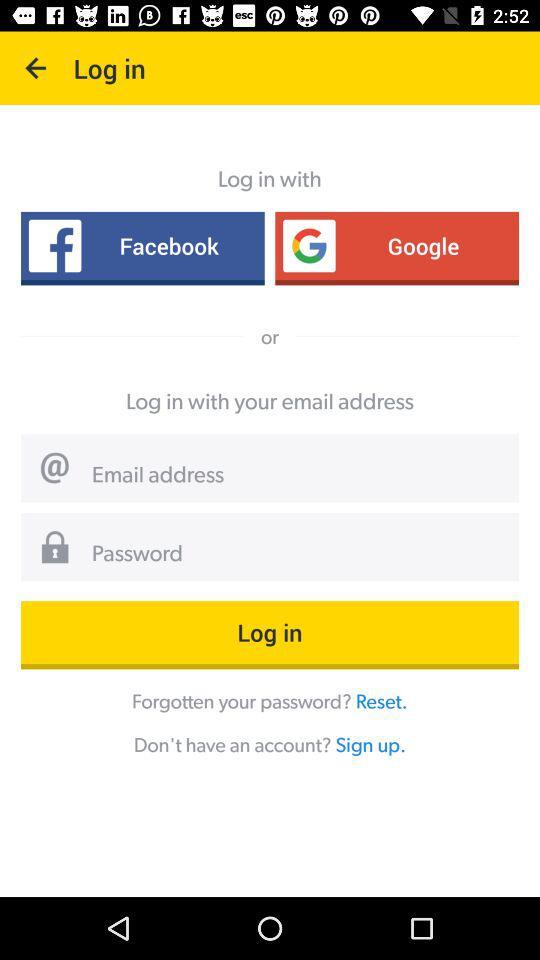 The height and width of the screenshot is (960, 540). I want to click on the icon below log in with item, so click(397, 244).